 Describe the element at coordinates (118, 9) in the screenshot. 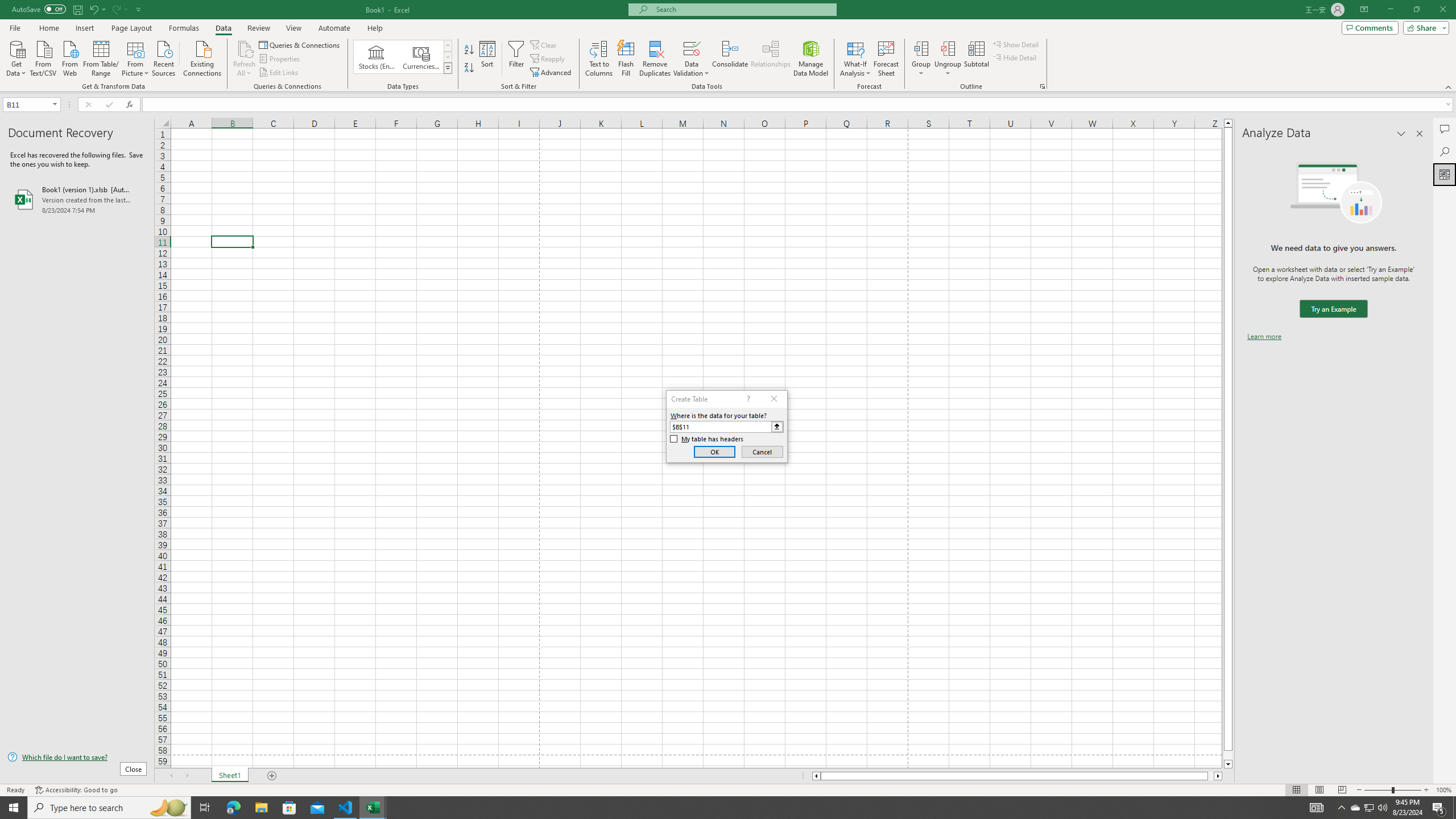

I see `'Redo'` at that location.